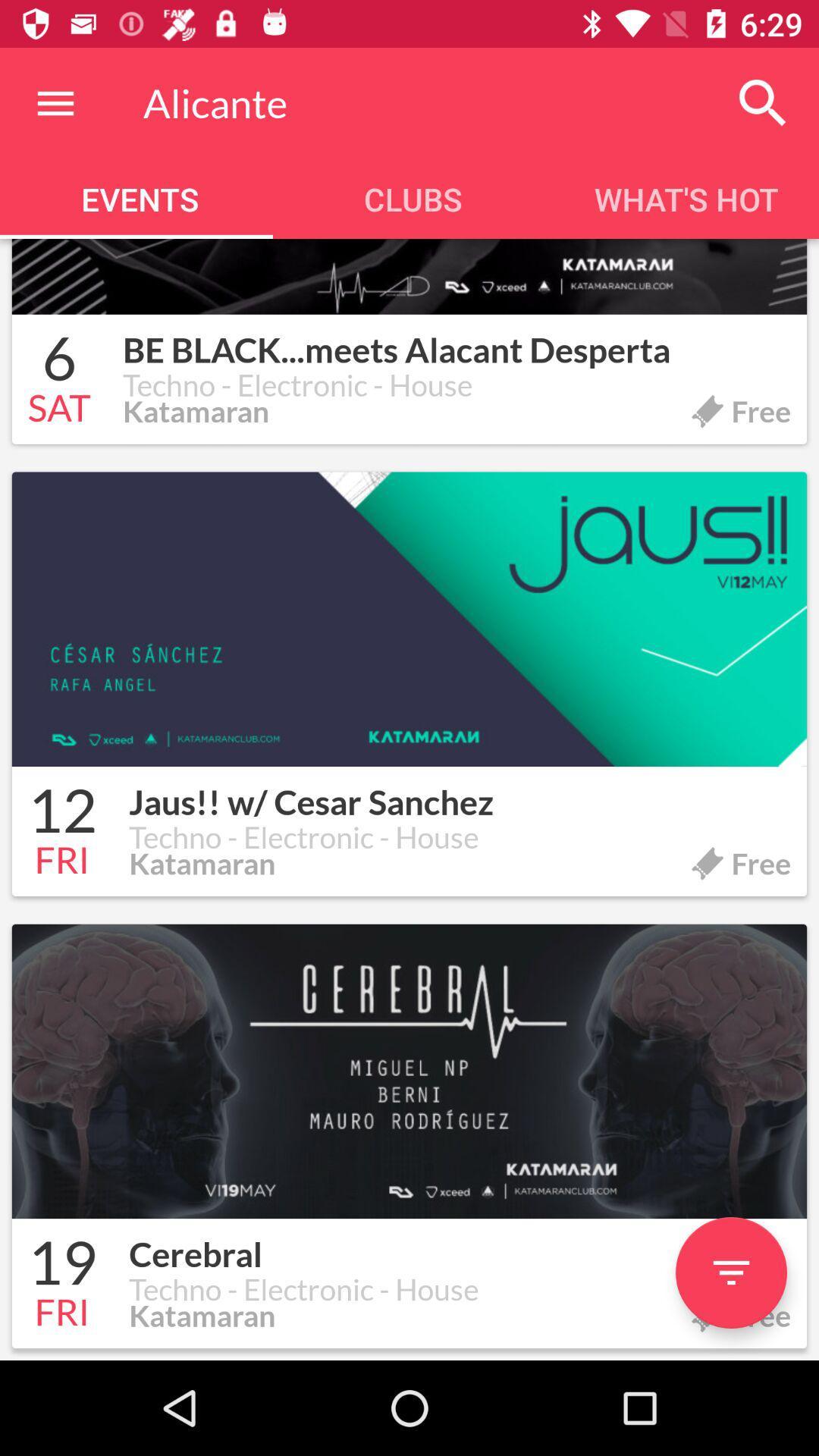  I want to click on 12, so click(61, 812).